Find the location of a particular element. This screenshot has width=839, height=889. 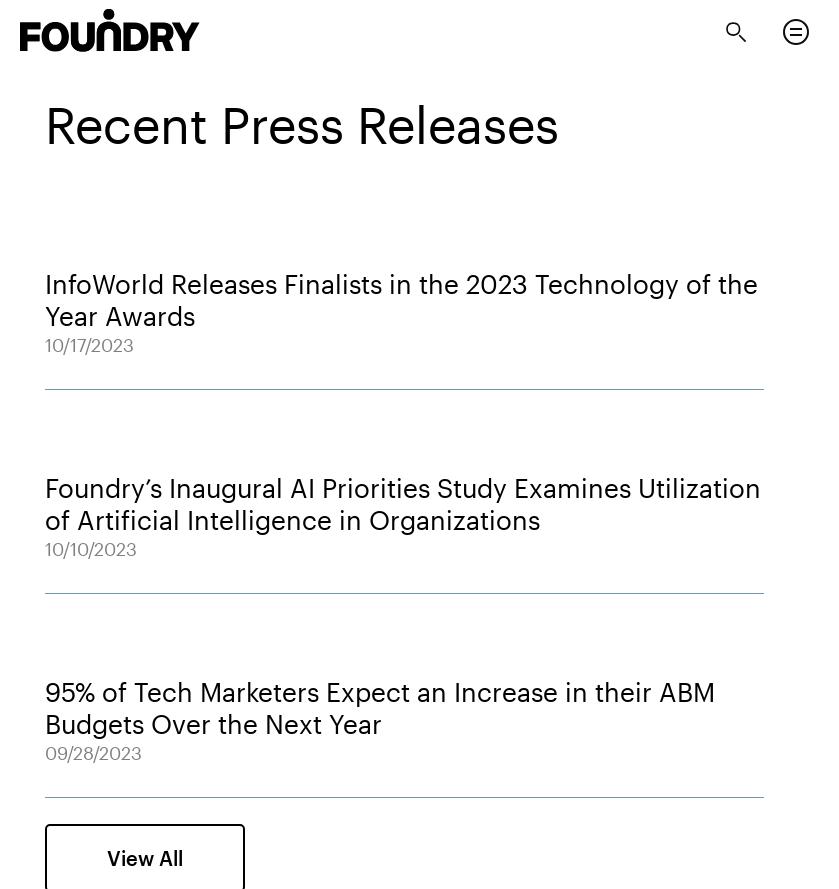

'About' is located at coordinates (29, 83).